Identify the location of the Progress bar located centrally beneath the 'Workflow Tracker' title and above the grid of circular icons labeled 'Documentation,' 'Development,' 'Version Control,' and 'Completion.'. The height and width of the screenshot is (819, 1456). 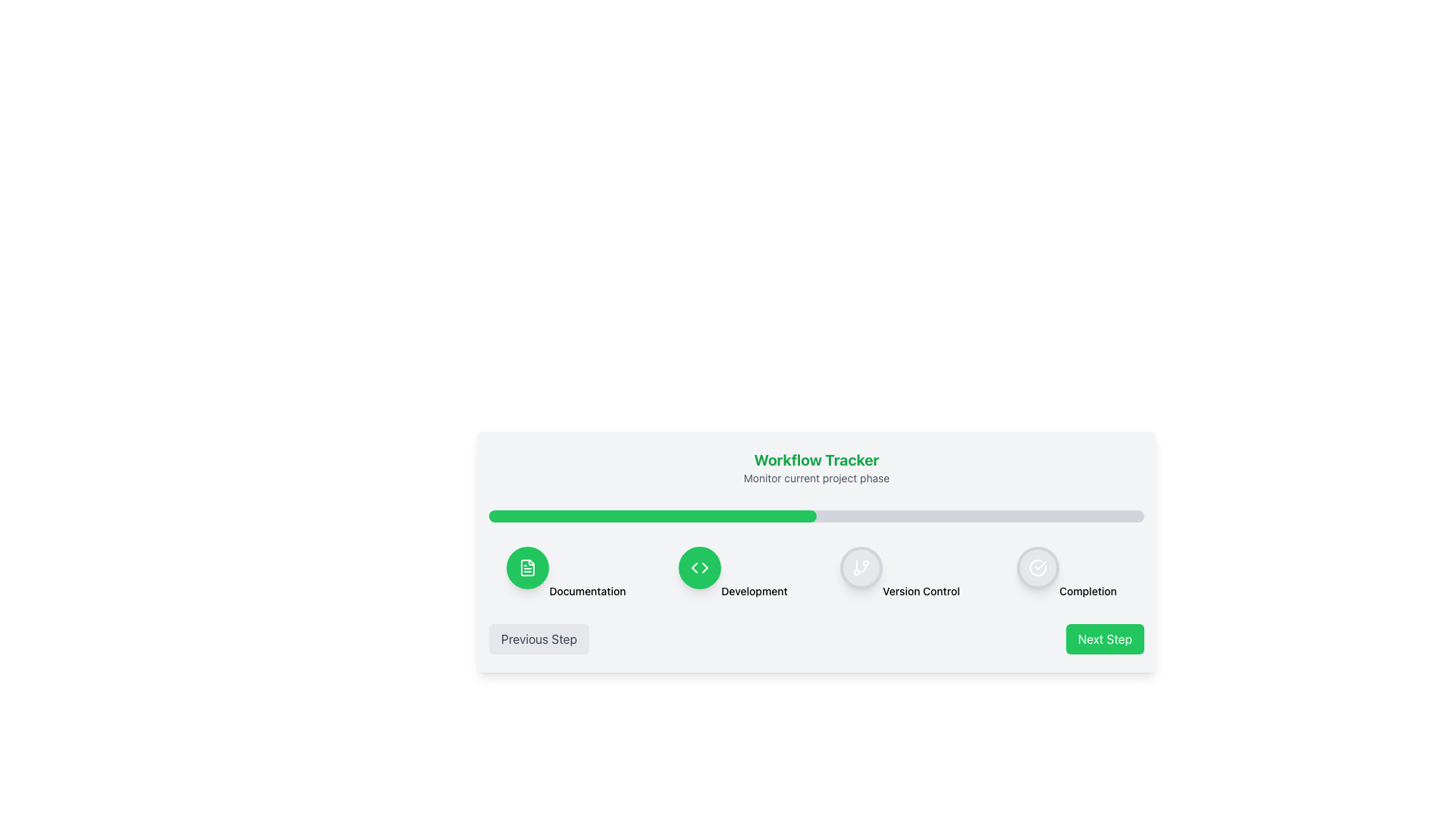
(815, 516).